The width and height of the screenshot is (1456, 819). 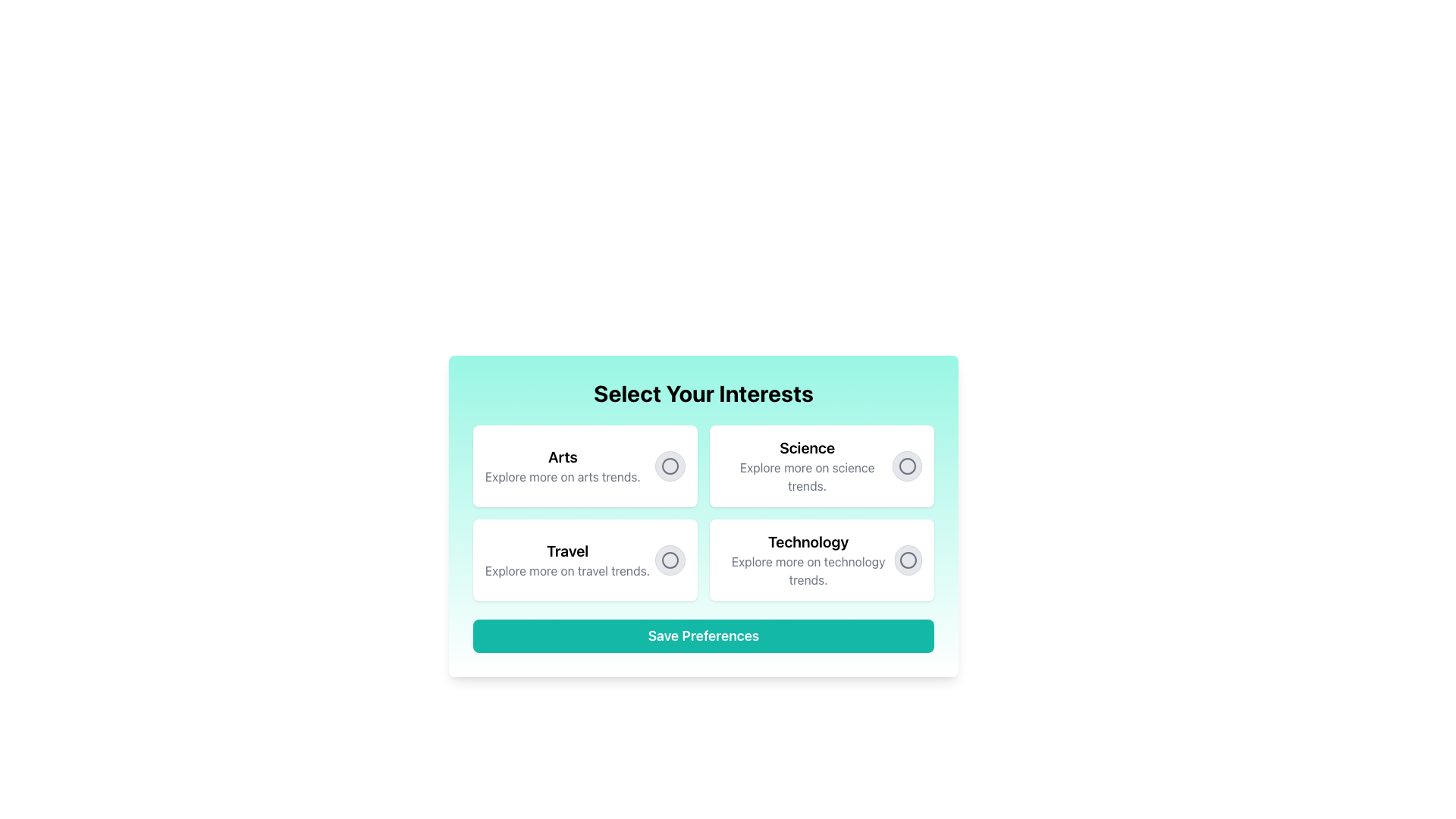 I want to click on the circular radio button located at the top right corner of the 'Arts' card, so click(x=669, y=465).